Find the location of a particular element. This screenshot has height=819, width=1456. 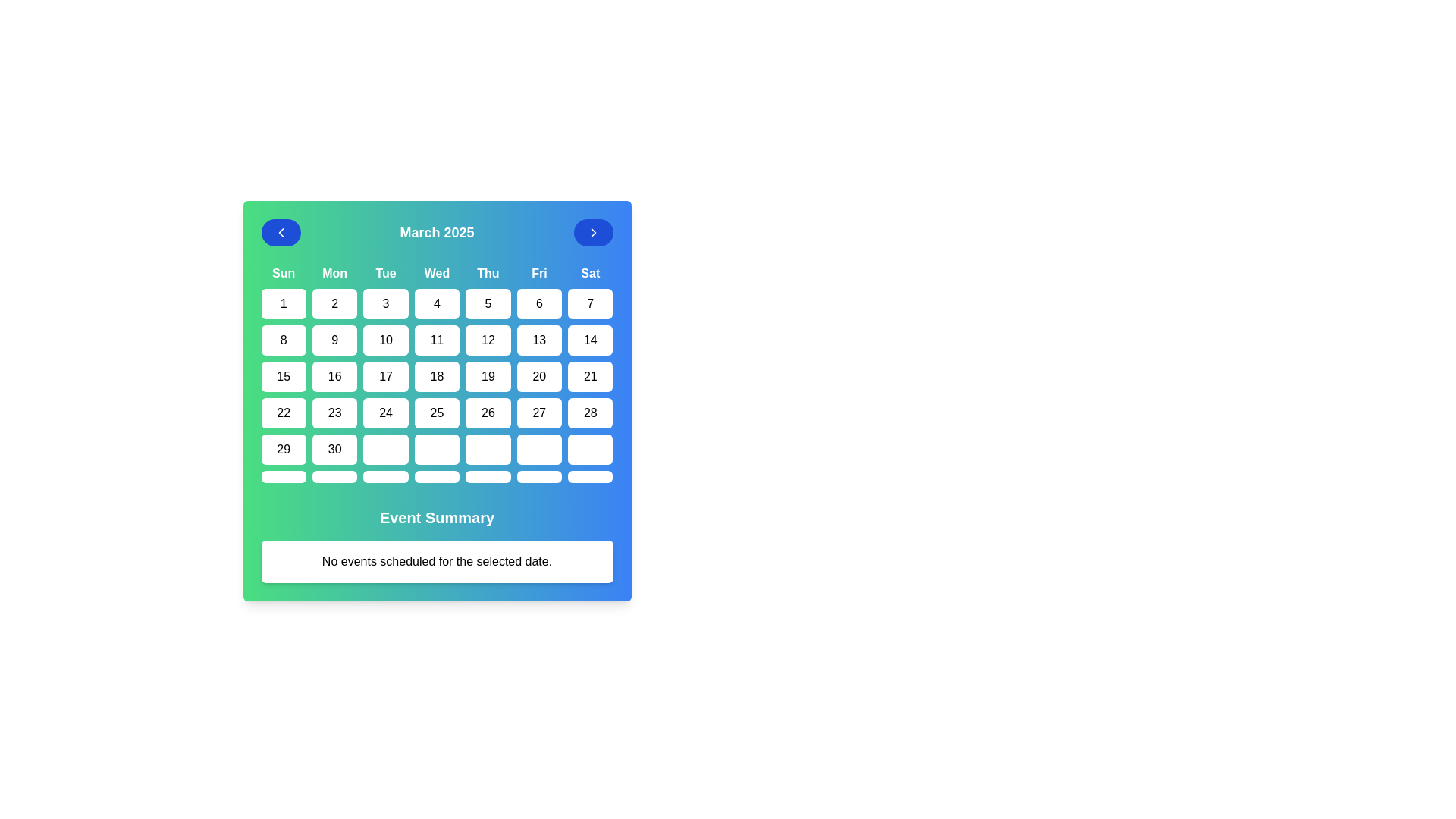

the rectangular white button with rounded corners in the seventh row and fourth column of the March 2025 calendar grid to interact with it is located at coordinates (436, 475).